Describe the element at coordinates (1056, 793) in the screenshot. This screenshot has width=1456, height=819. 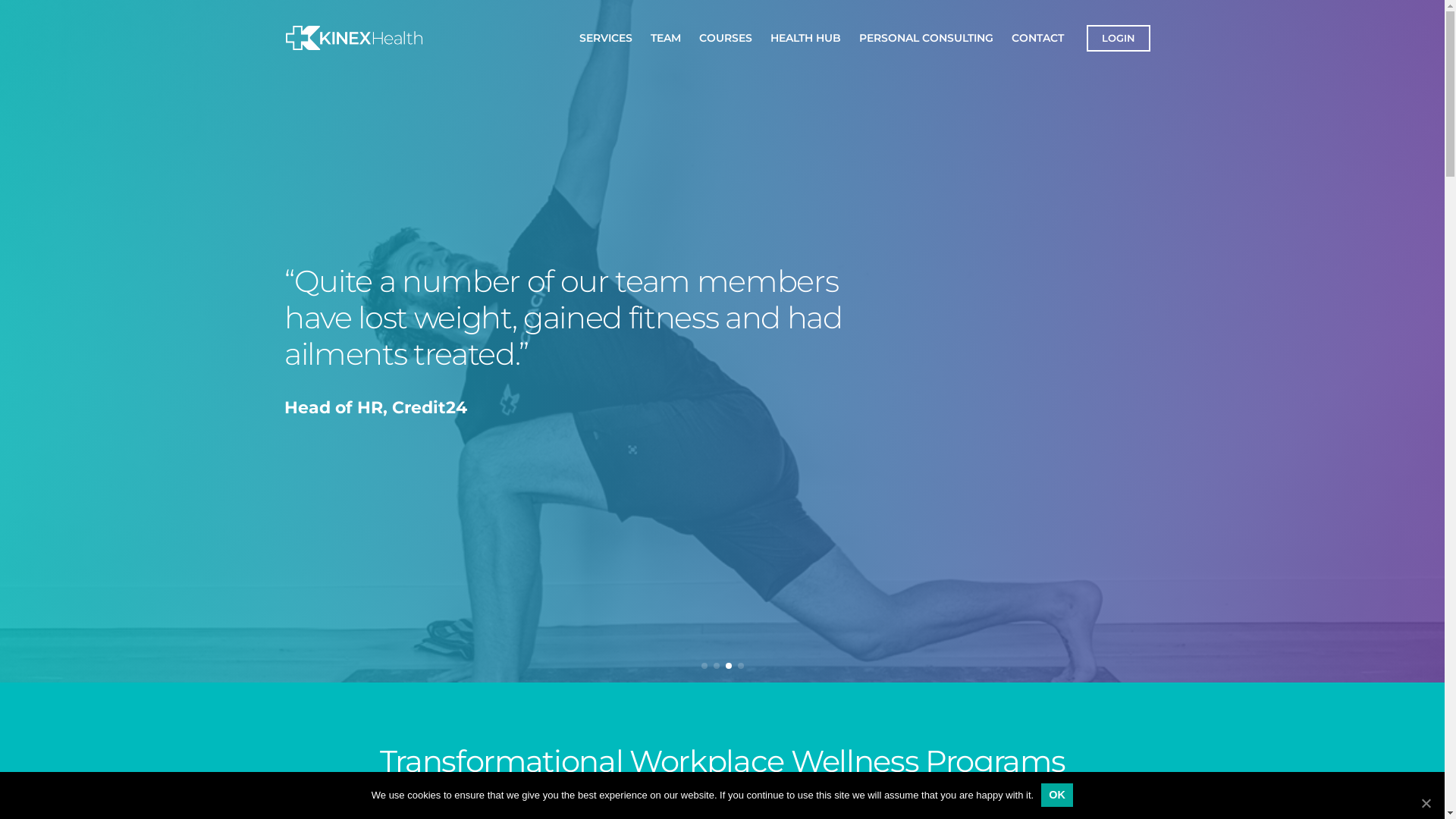
I see `'OK'` at that location.